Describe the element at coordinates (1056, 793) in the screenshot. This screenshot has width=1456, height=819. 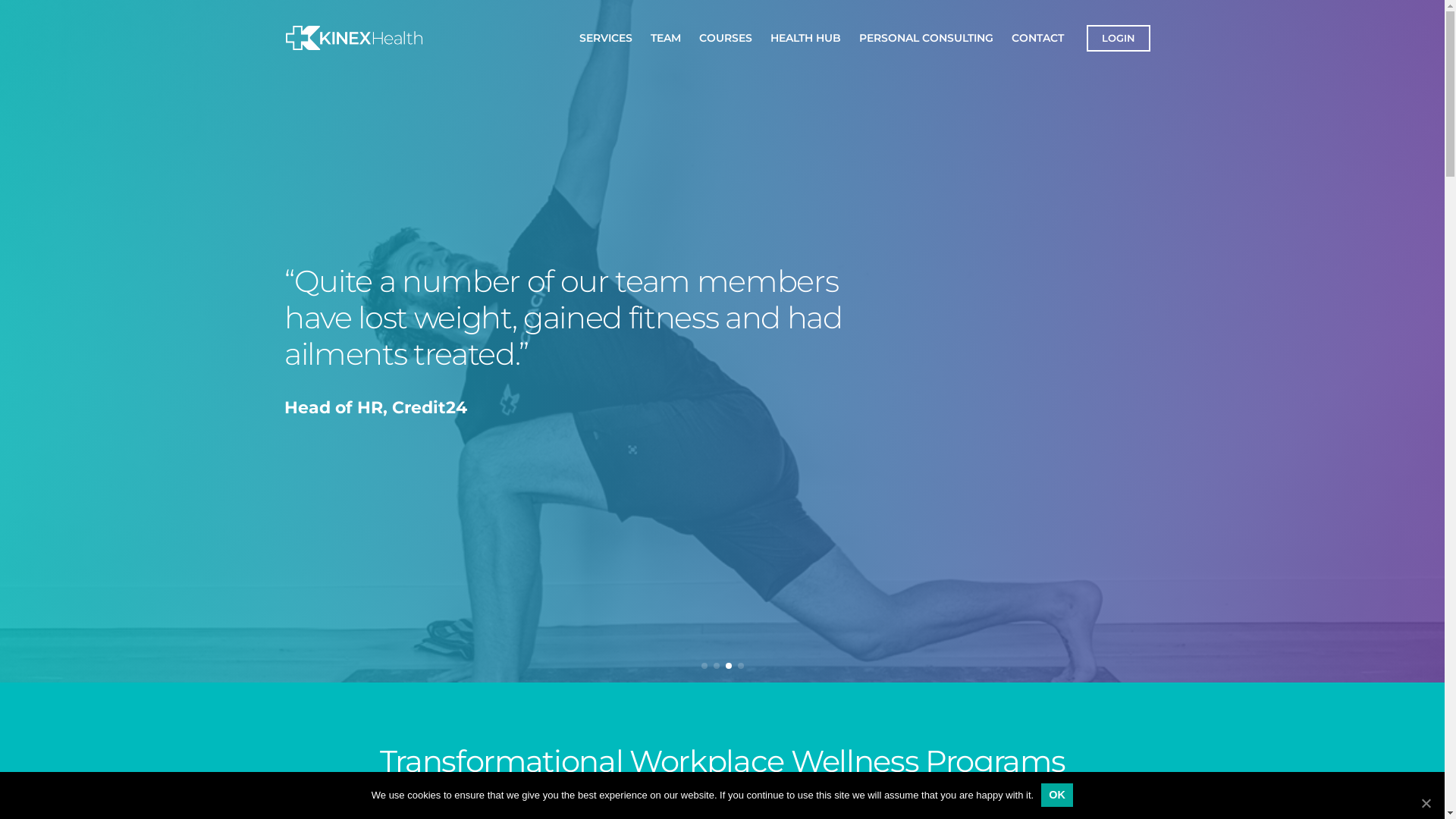
I see `'OK'` at that location.